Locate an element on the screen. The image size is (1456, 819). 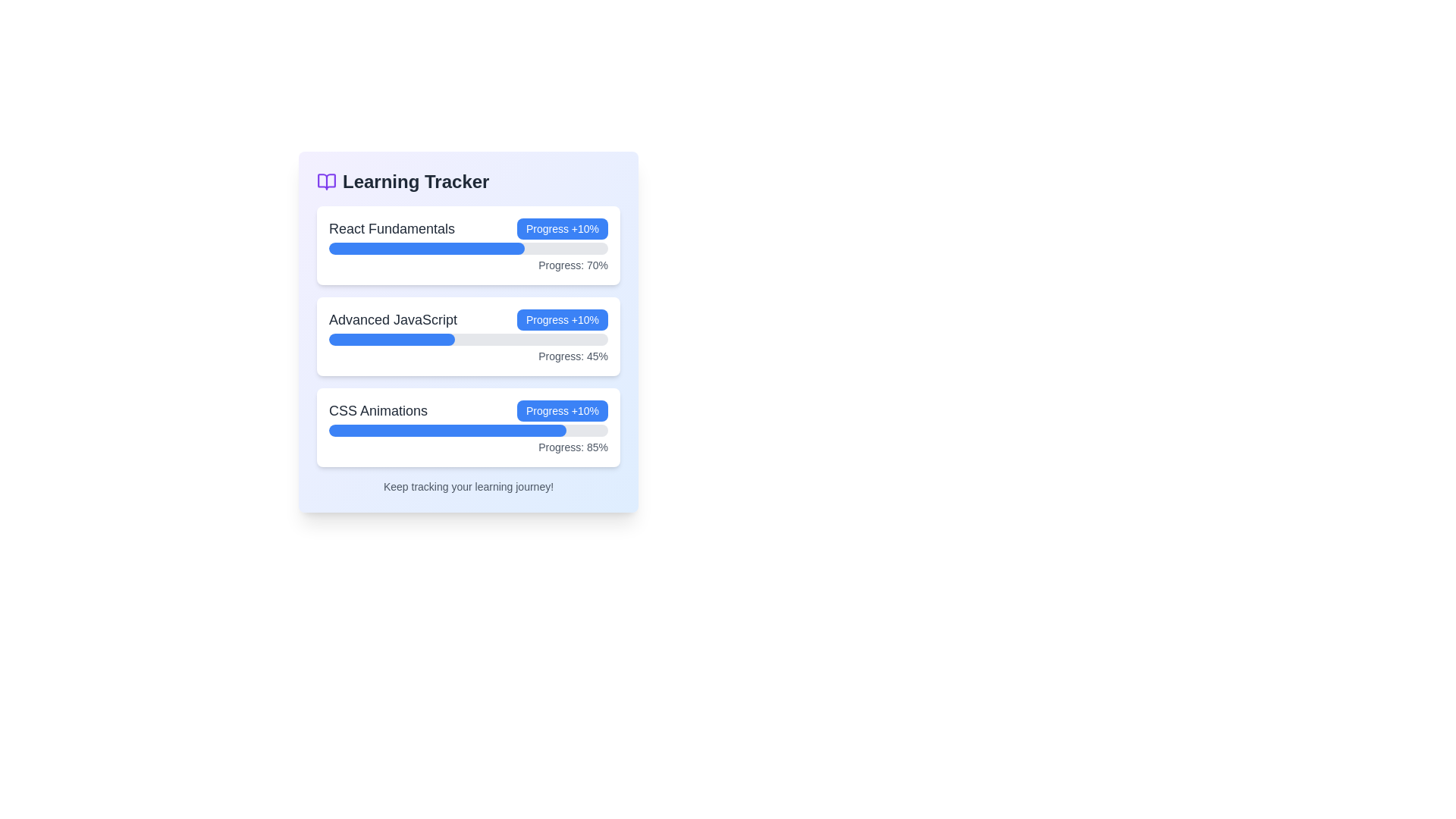
the Text Label located at the top of the card-like structure, which serves as the title for the section following the SVG book icon is located at coordinates (416, 180).